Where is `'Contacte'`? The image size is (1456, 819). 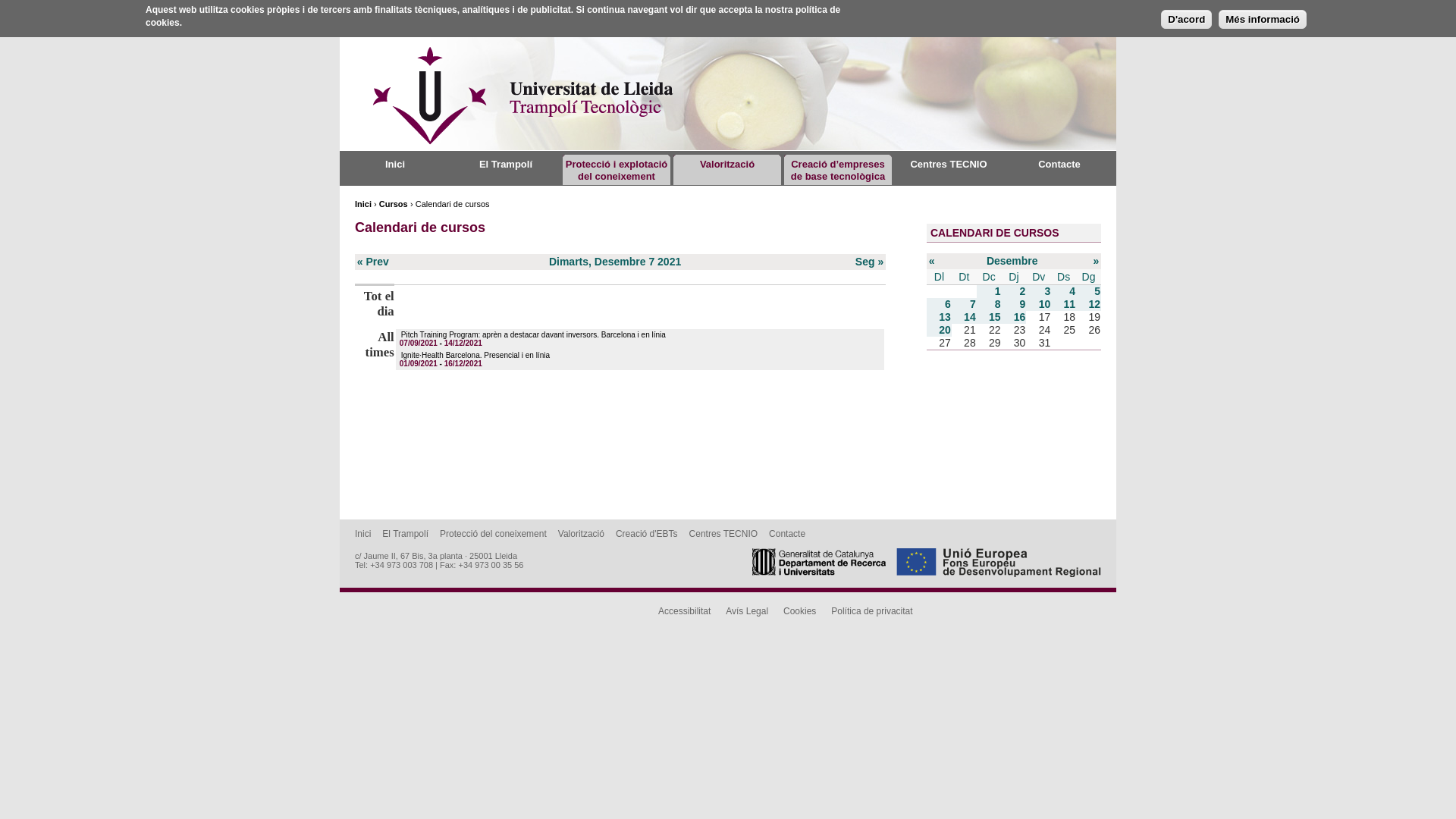 'Contacte' is located at coordinates (786, 533).